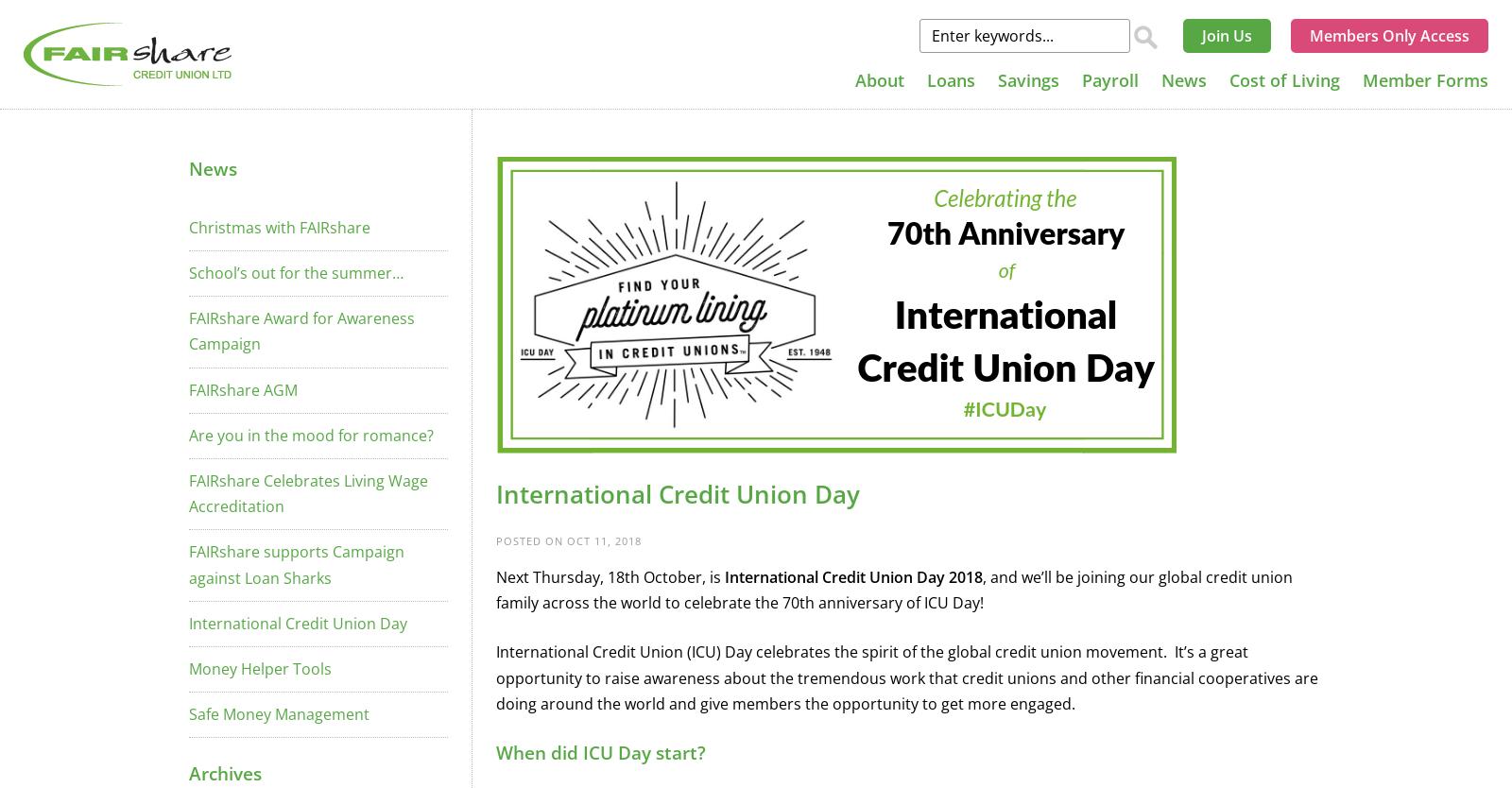  I want to click on 'Are you in the mood for romance?', so click(311, 435).